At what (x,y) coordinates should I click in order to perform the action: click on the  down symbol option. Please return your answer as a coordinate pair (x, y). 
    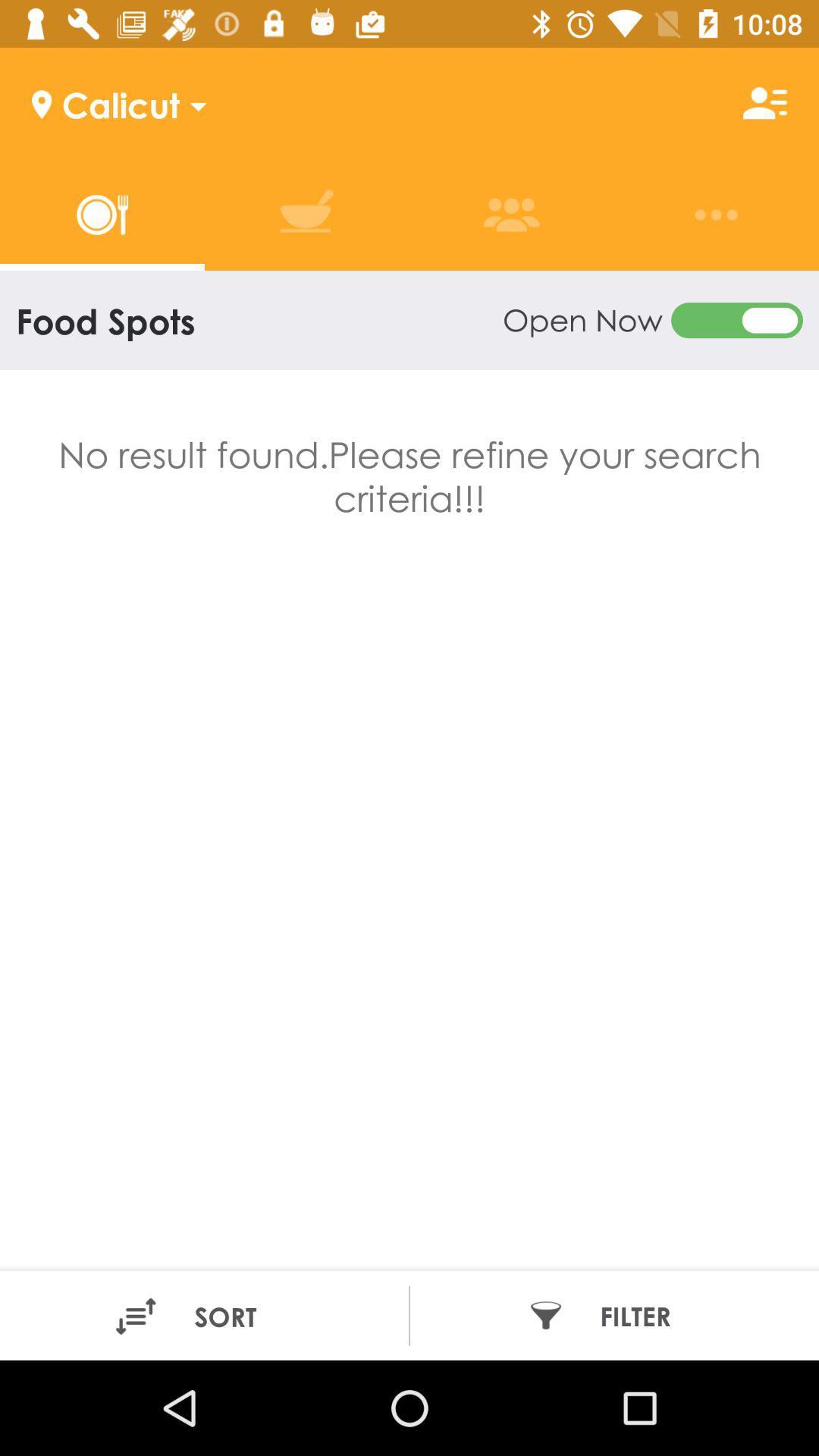
    Looking at the image, I should click on (192, 102).